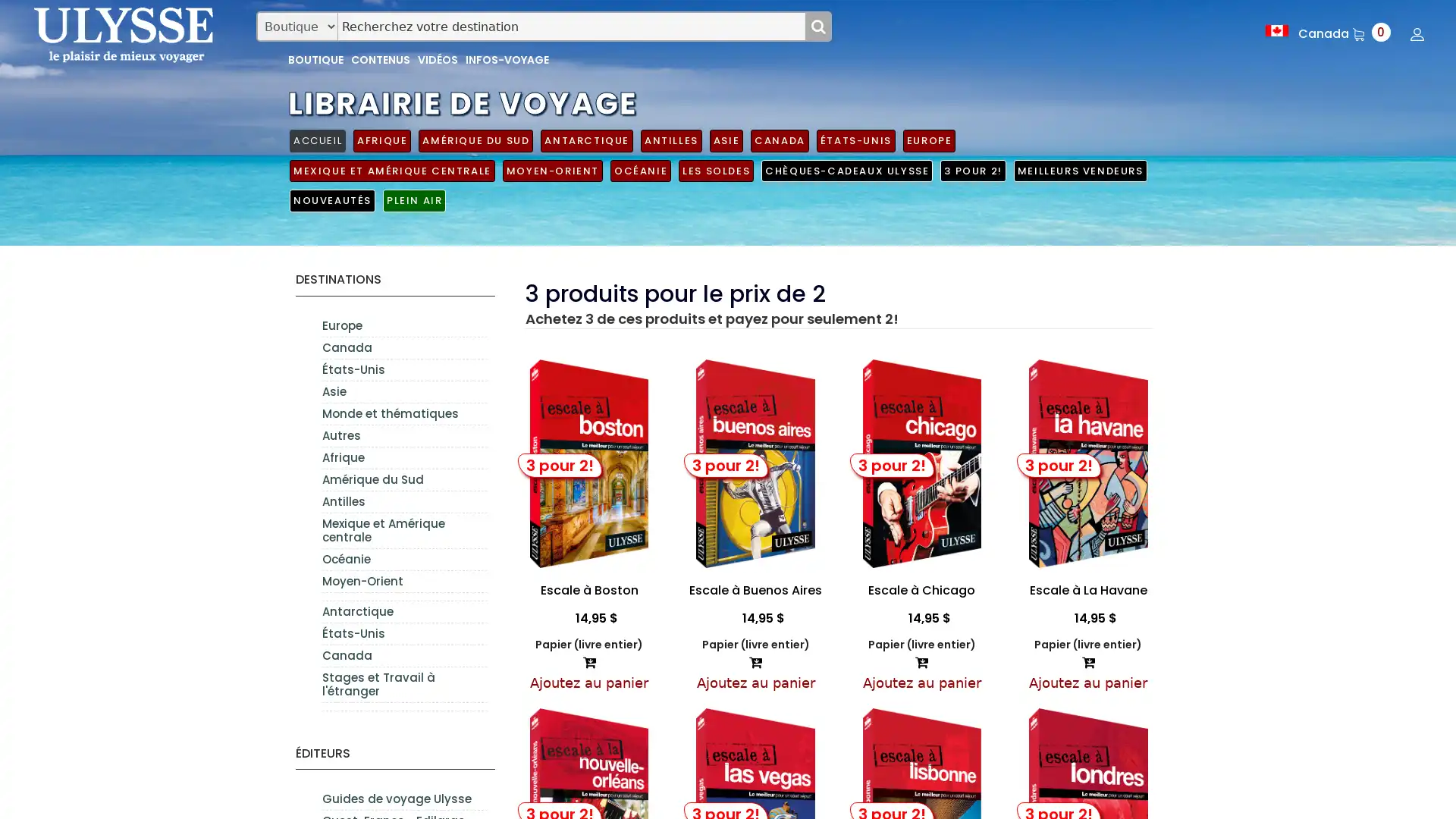  Describe the element at coordinates (755, 681) in the screenshot. I see `Ajoutez au panier` at that location.